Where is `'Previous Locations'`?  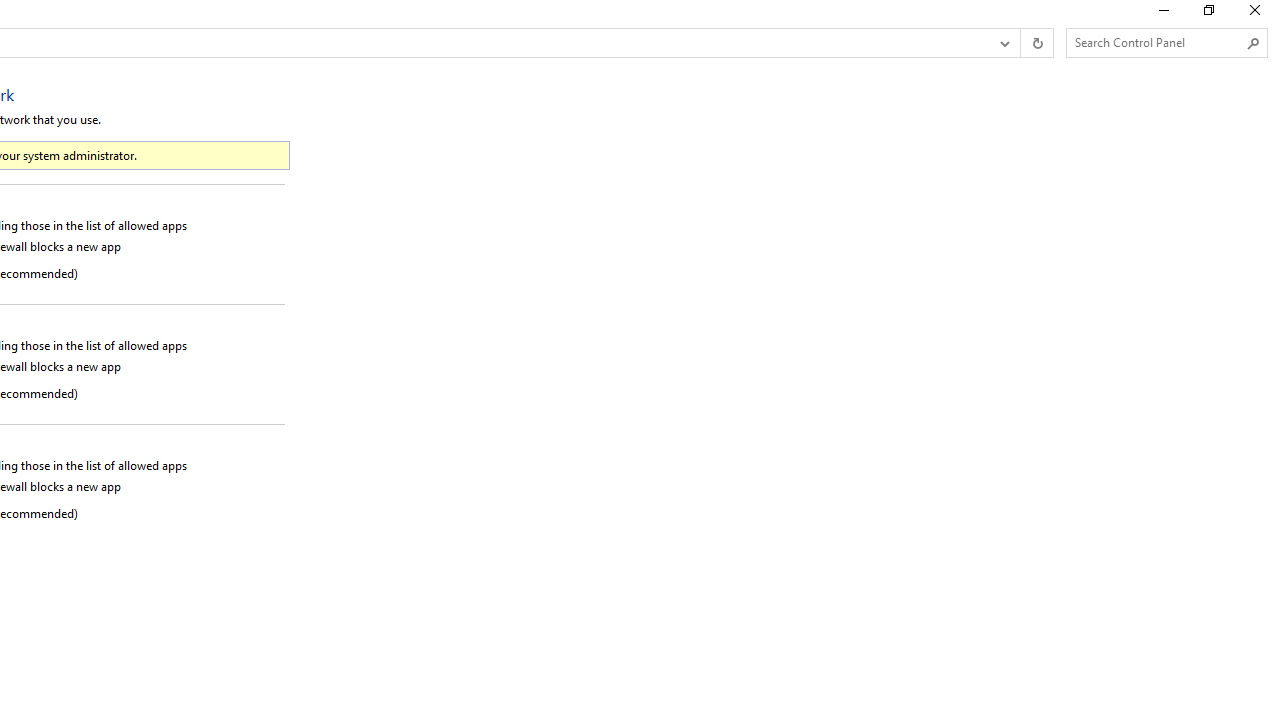
'Previous Locations' is located at coordinates (1003, 43).